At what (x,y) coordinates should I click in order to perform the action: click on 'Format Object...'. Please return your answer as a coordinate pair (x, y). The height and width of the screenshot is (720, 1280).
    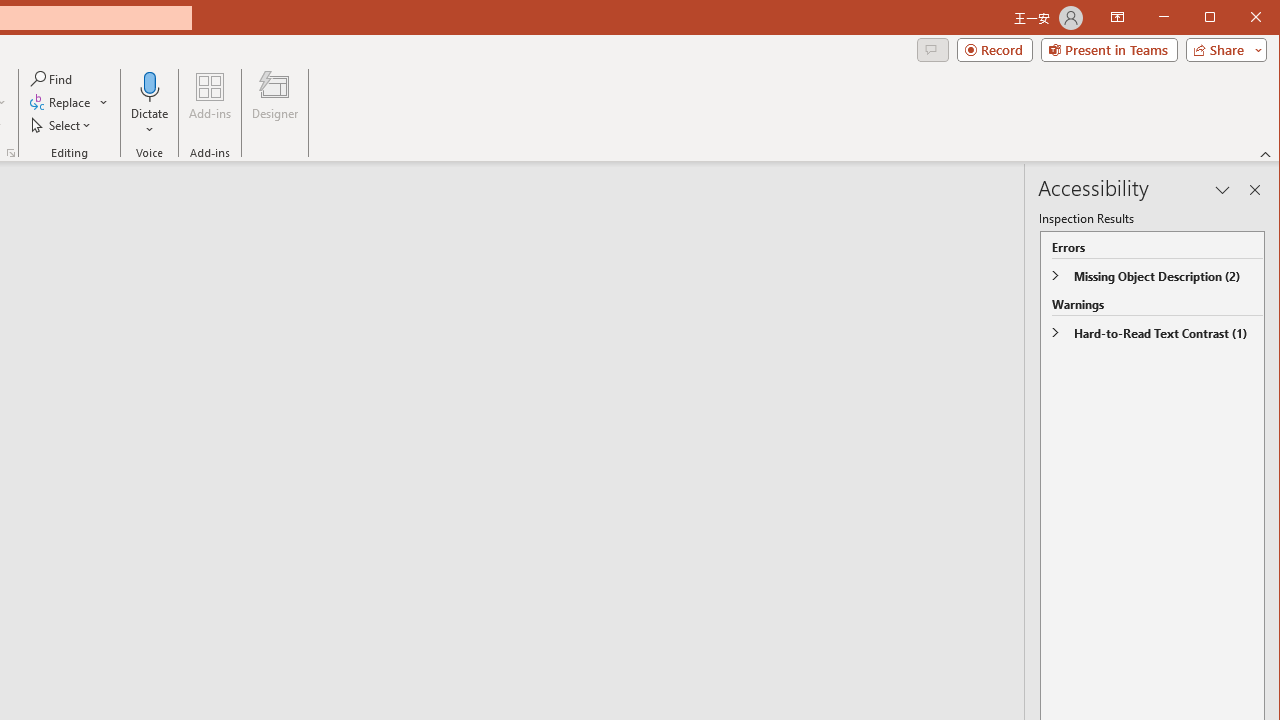
    Looking at the image, I should click on (10, 152).